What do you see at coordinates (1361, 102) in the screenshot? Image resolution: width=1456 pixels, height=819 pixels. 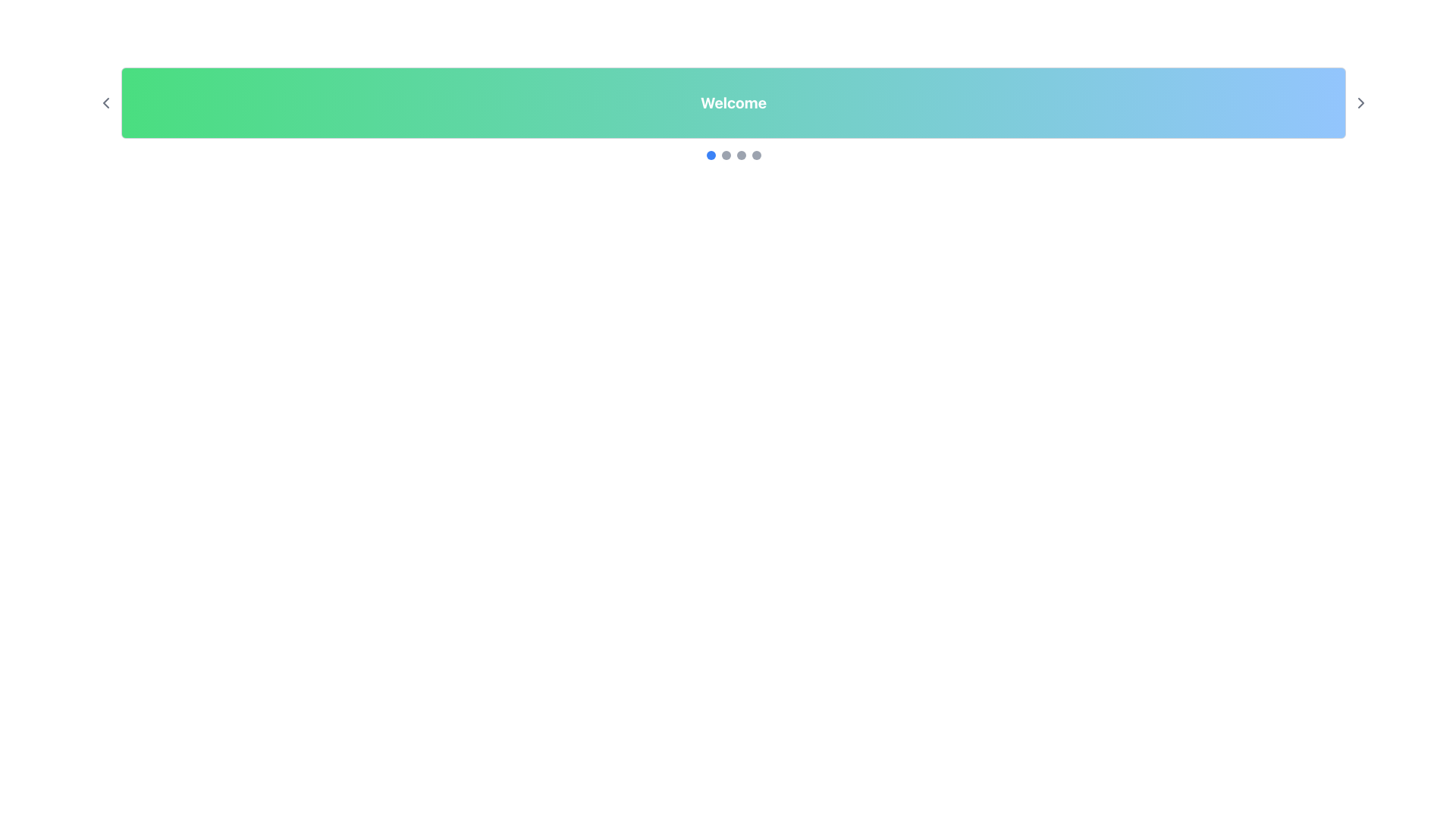 I see `the navigation button located at the far-right of the gradient banner` at bounding box center [1361, 102].